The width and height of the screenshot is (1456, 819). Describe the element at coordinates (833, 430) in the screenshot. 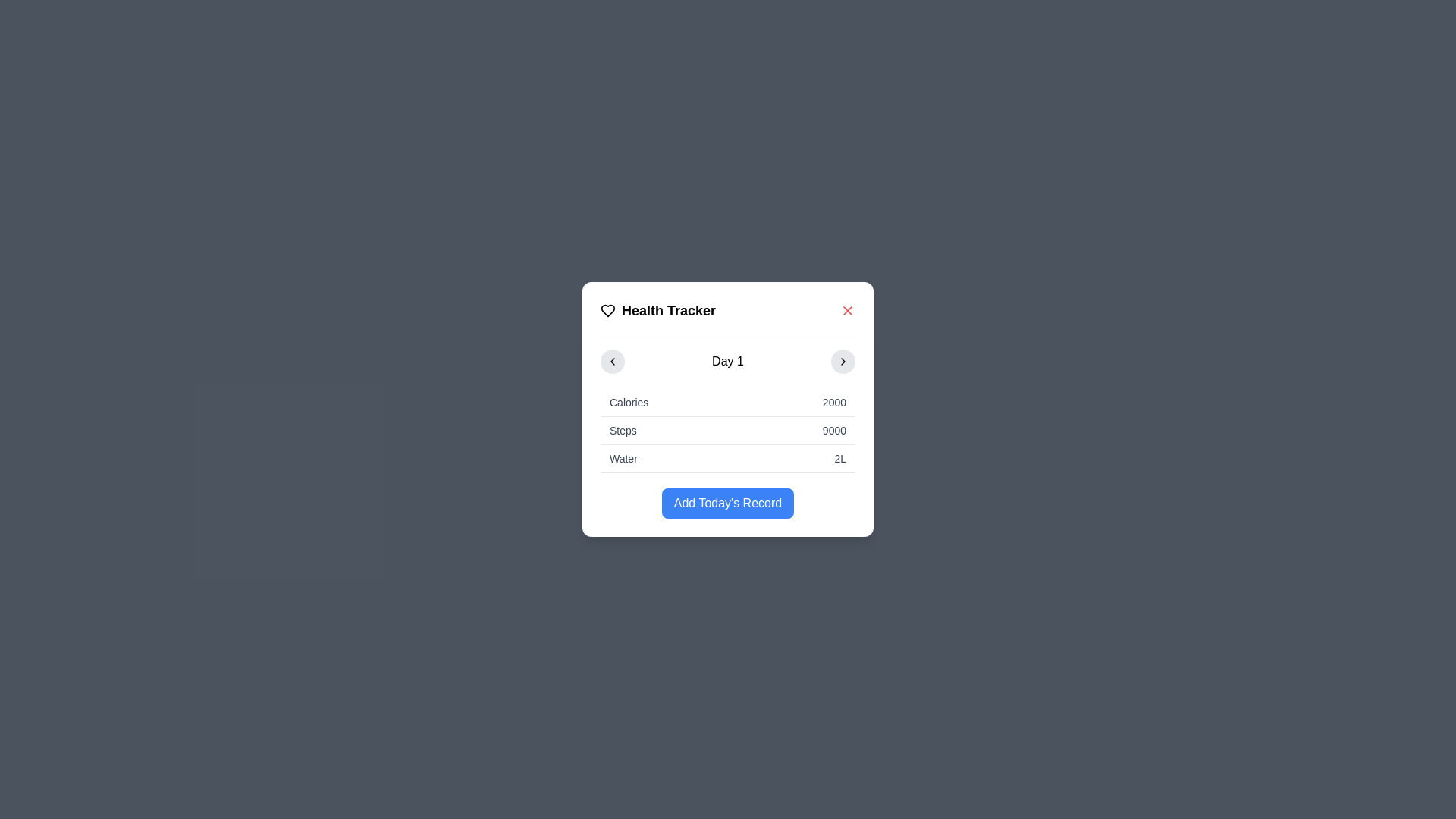

I see `the Text Display element that shows the number of steps taken, located in the second row of a table inside a modal dialog box, to the right of the label 'Steps'` at that location.